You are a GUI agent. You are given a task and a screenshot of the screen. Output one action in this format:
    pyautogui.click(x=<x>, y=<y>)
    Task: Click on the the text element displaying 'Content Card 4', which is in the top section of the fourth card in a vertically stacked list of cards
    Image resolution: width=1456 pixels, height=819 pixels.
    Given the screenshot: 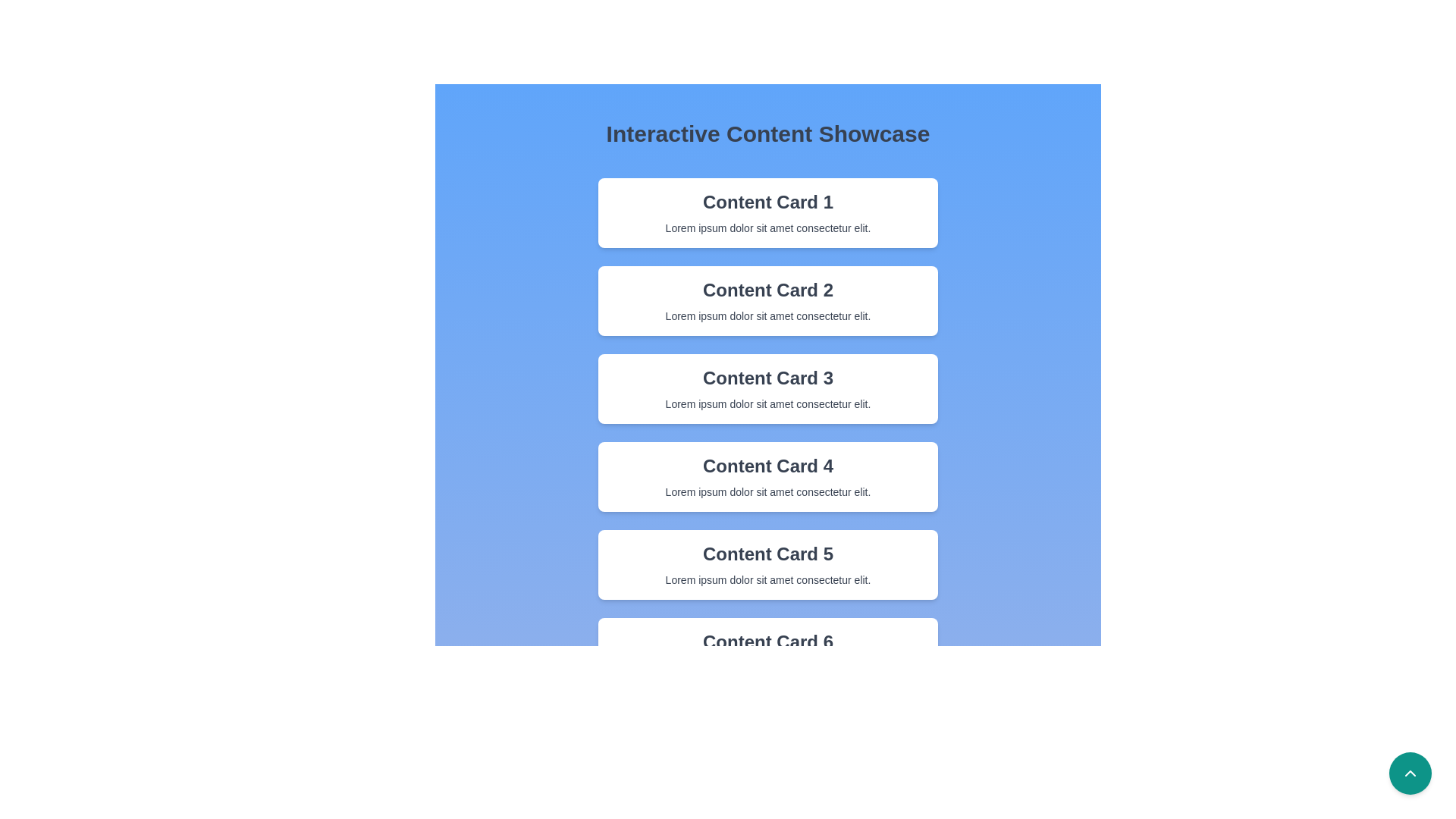 What is the action you would take?
    pyautogui.click(x=767, y=465)
    